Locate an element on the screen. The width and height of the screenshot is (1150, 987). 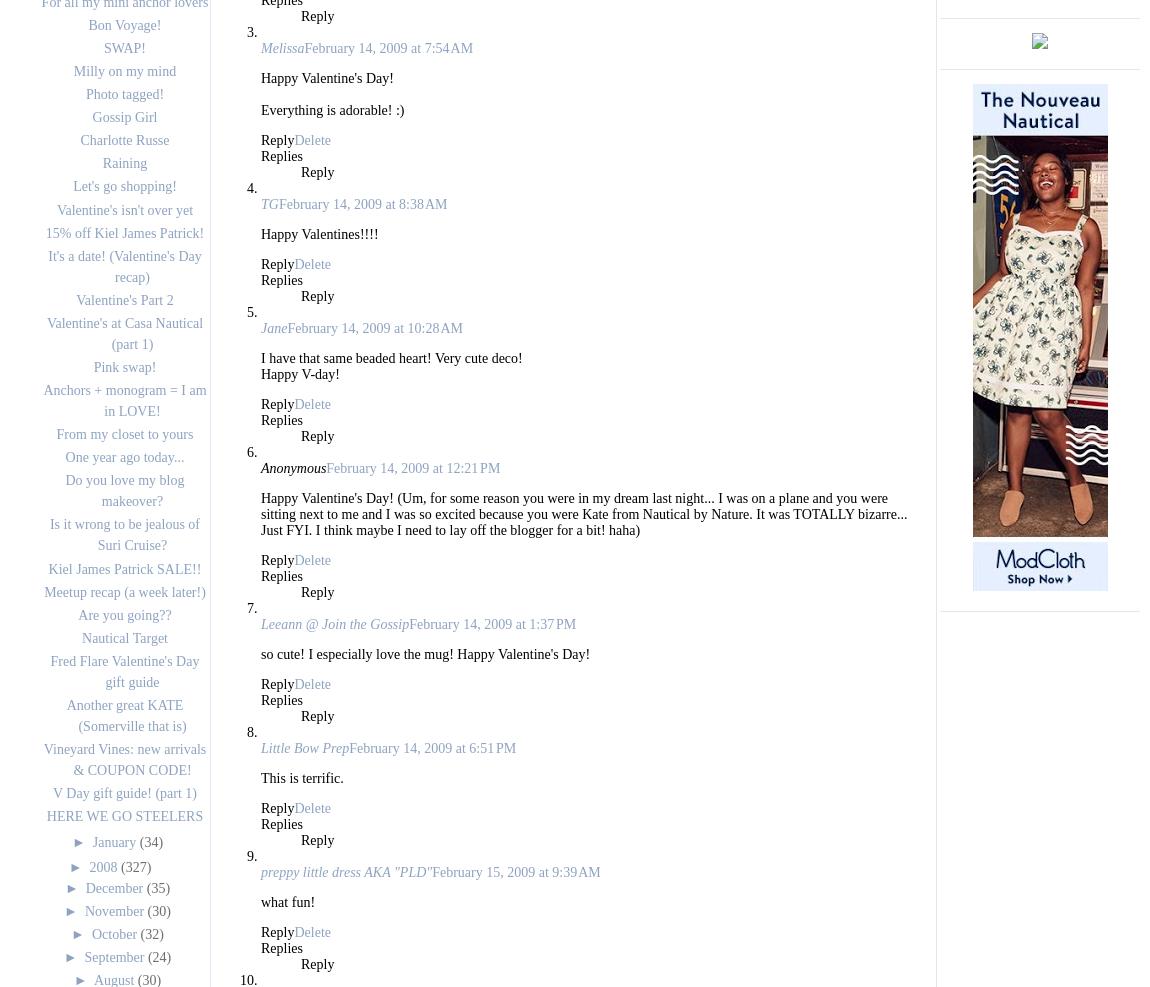
'what fun!' is located at coordinates (286, 901).